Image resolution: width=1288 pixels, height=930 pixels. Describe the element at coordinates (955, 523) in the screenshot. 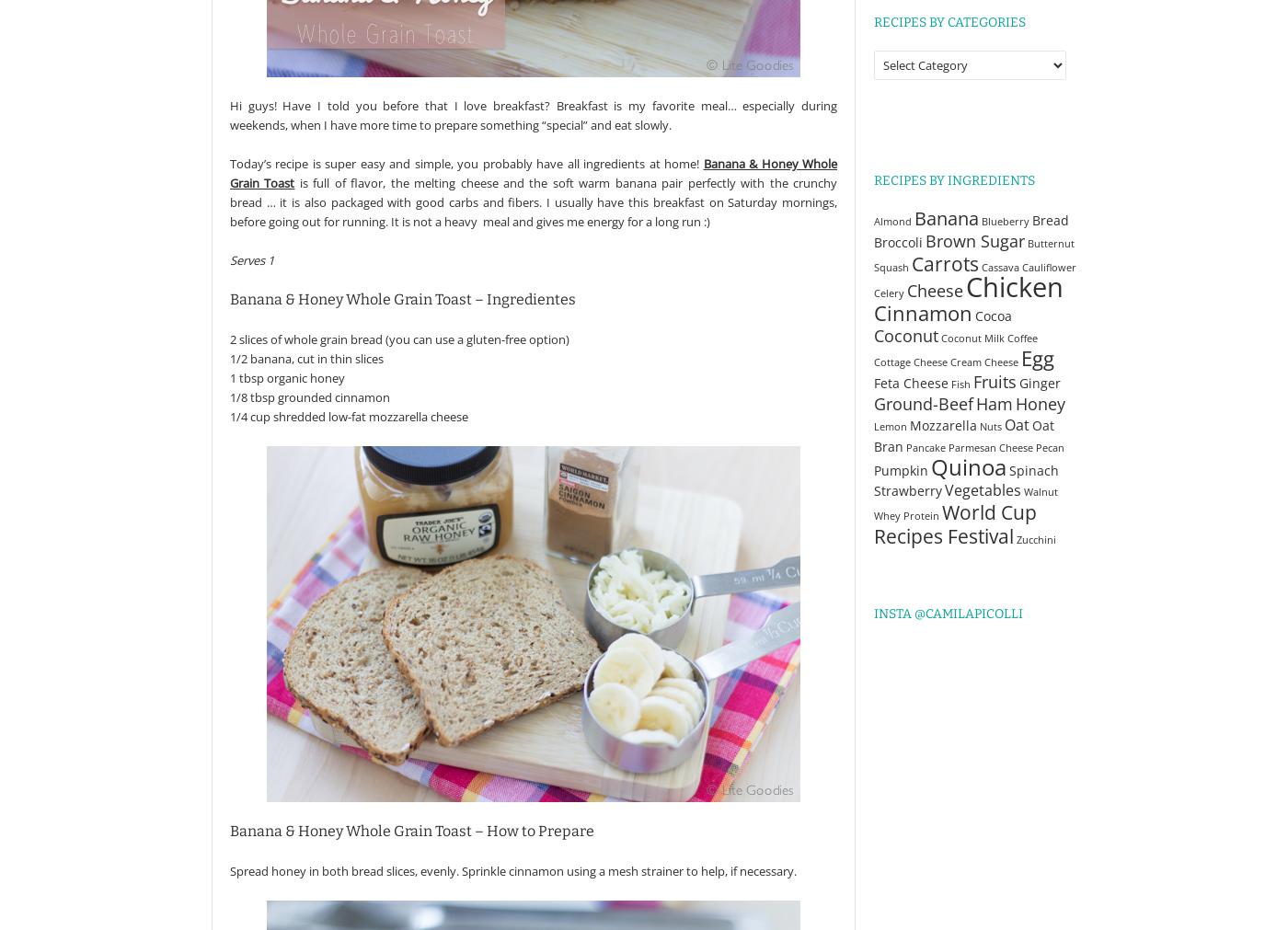

I see `'World Cup Recipes Festival'` at that location.